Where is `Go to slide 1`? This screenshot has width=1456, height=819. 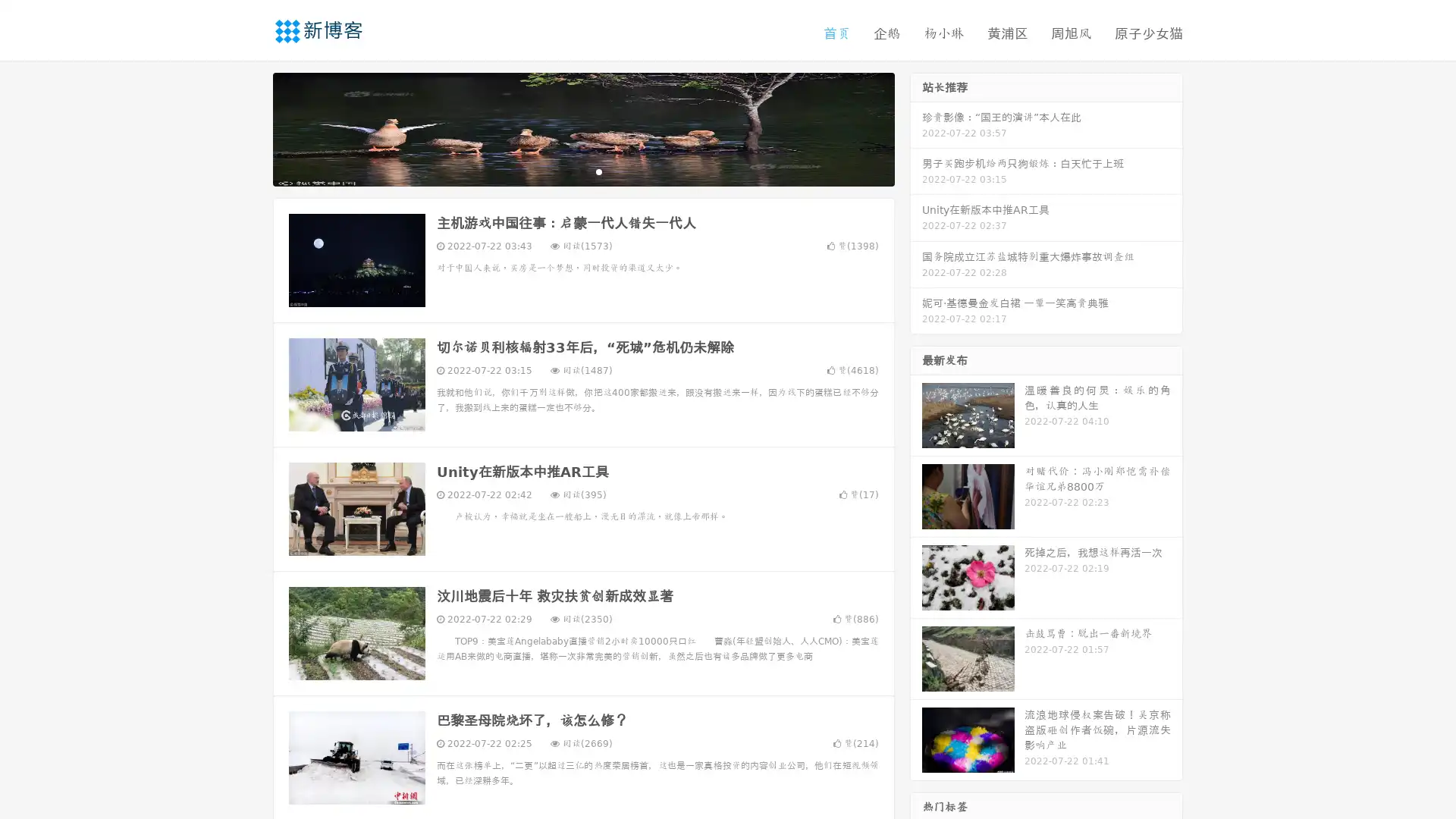 Go to slide 1 is located at coordinates (567, 171).